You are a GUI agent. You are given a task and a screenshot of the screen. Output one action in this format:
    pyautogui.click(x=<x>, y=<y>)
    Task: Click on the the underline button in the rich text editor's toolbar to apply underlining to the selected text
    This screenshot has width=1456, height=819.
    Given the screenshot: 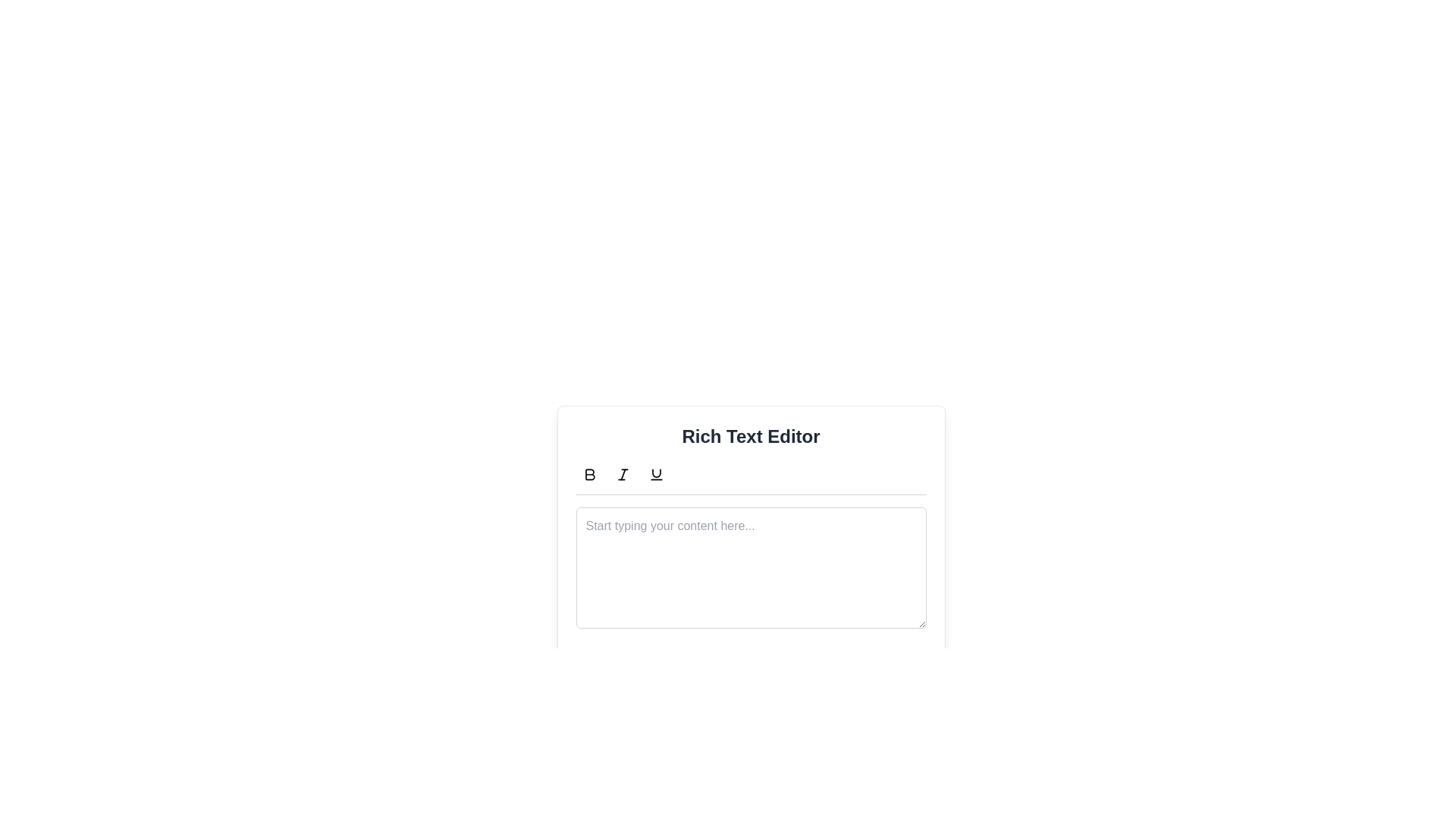 What is the action you would take?
    pyautogui.click(x=656, y=473)
    